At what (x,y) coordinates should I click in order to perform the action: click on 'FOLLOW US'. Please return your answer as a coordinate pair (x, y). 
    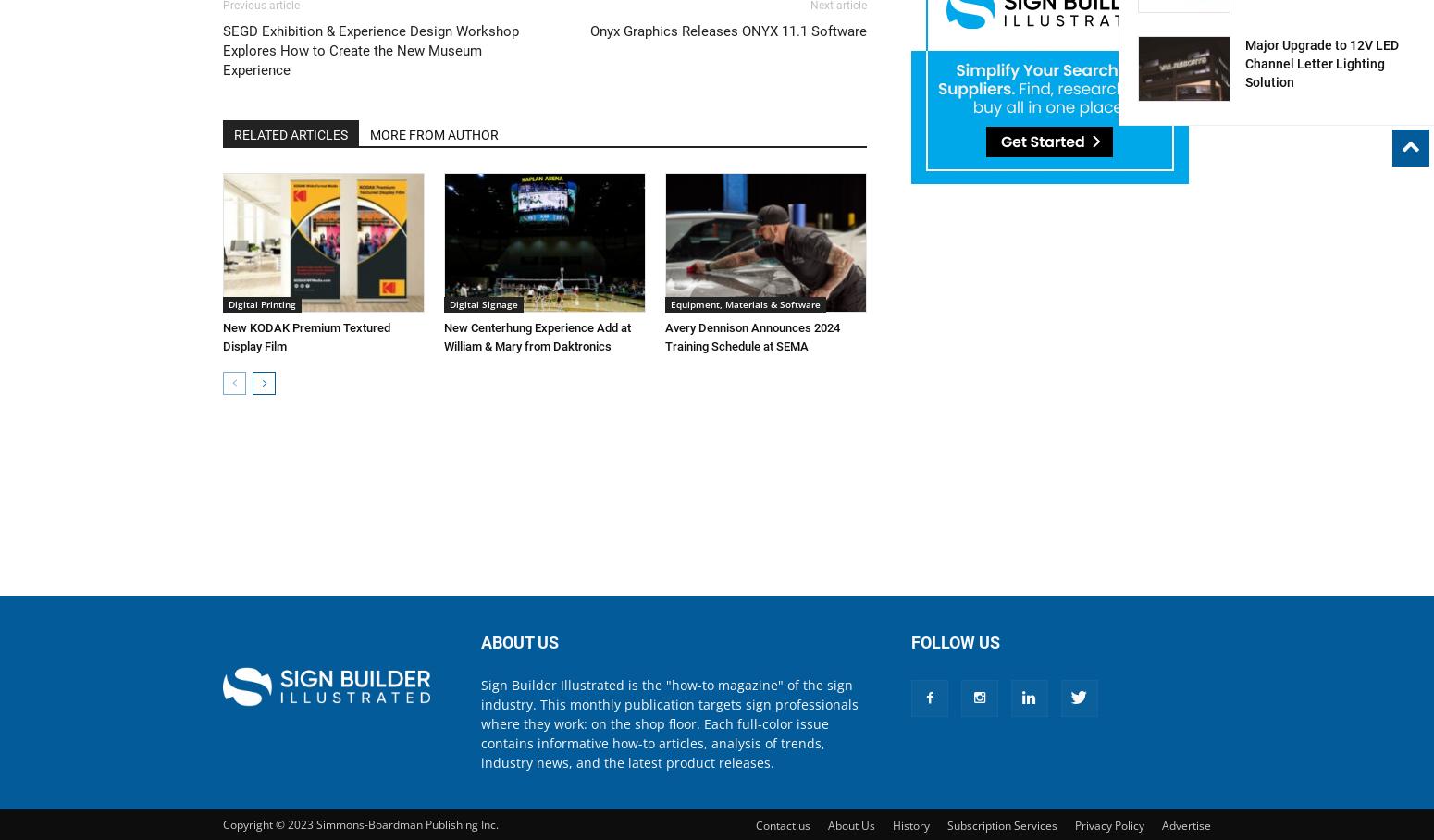
    Looking at the image, I should click on (956, 641).